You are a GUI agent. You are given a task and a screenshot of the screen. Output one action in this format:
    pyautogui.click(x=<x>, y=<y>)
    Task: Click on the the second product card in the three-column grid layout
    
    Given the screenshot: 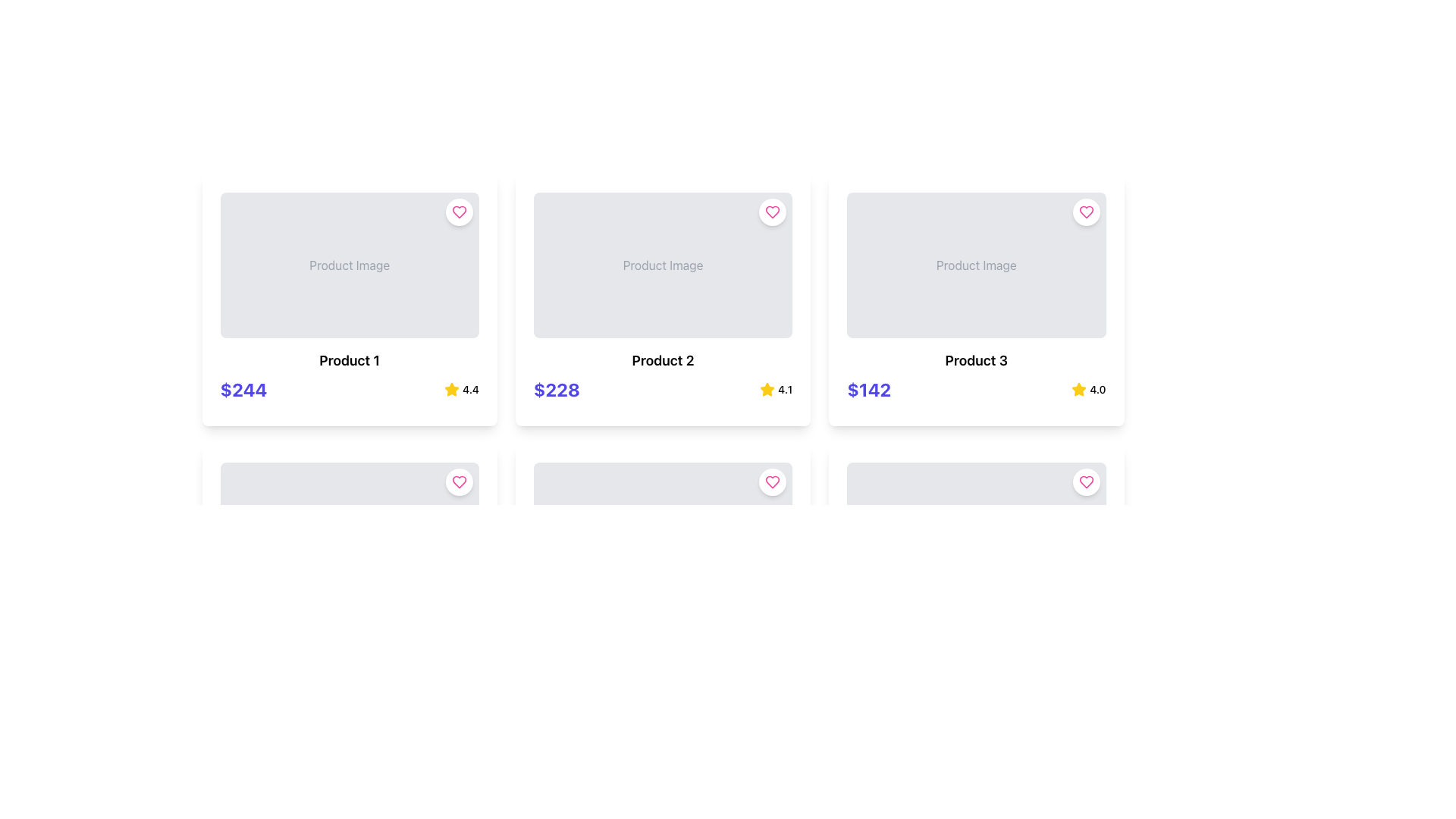 What is the action you would take?
    pyautogui.click(x=663, y=300)
    